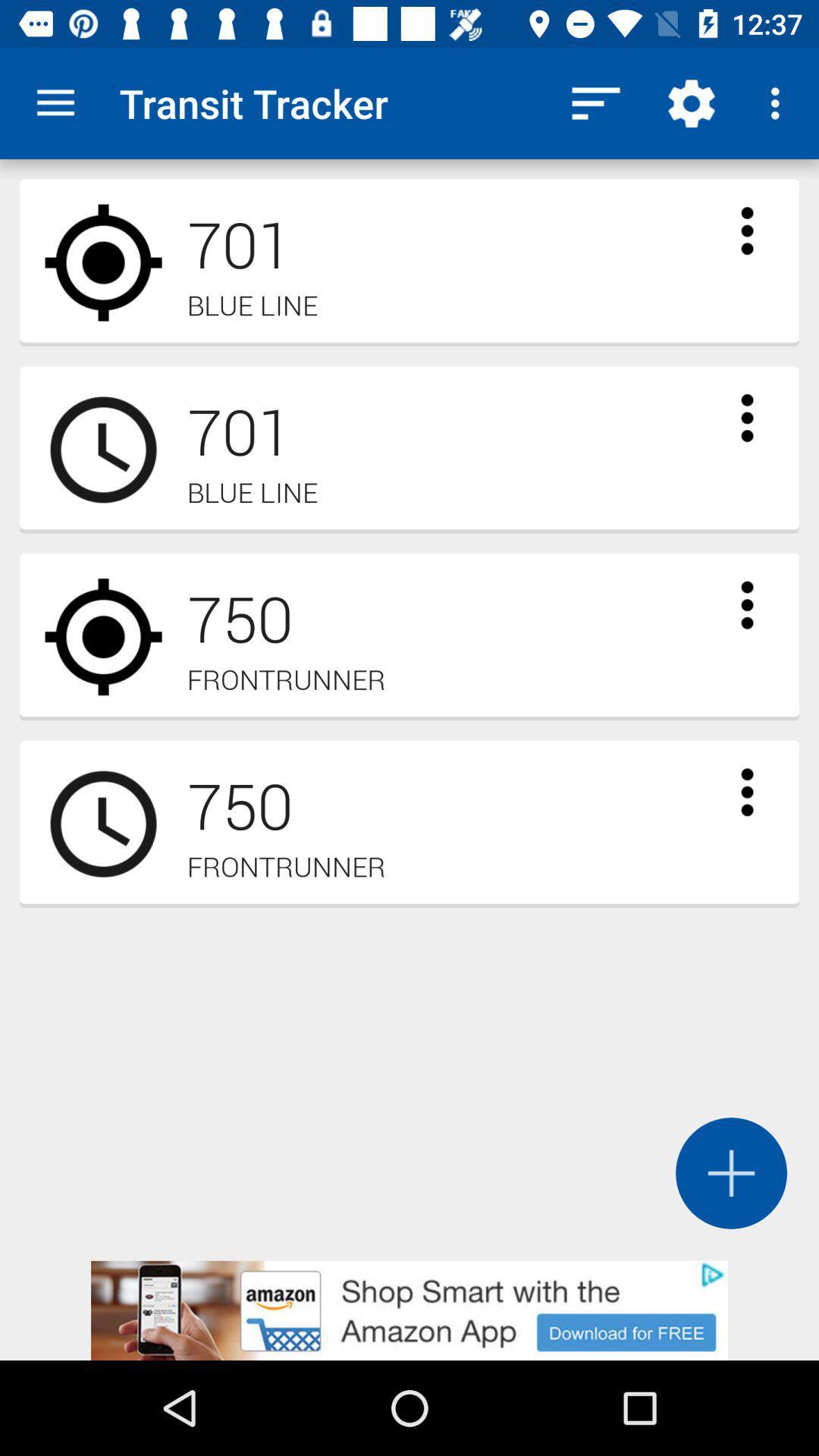 The image size is (819, 1456). I want to click on open frontrunner menu, so click(746, 604).